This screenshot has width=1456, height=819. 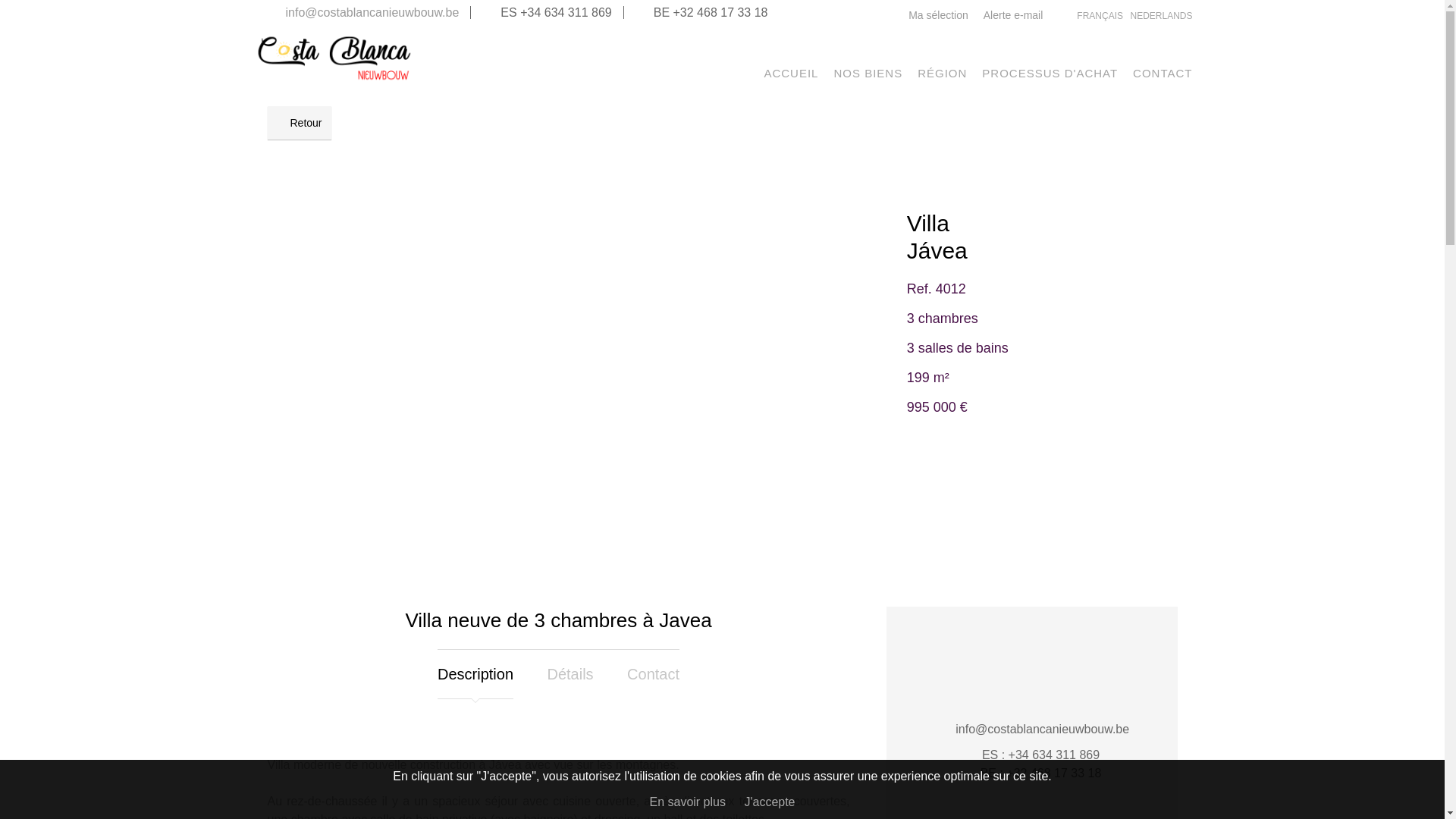 What do you see at coordinates (720, 12) in the screenshot?
I see `'+32 468 17 33 18'` at bounding box center [720, 12].